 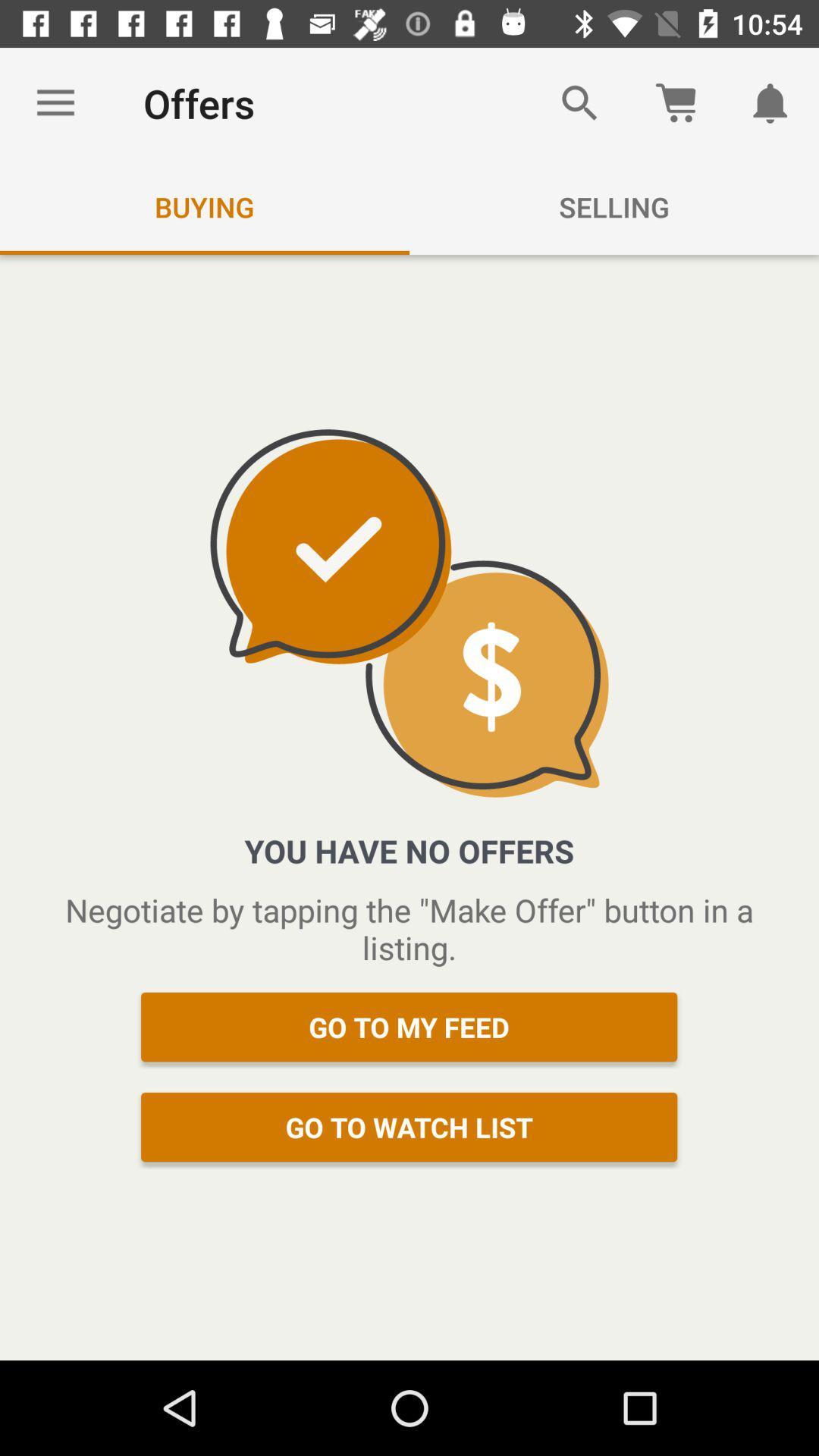 What do you see at coordinates (55, 102) in the screenshot?
I see `item above the negotiate by tapping item` at bounding box center [55, 102].